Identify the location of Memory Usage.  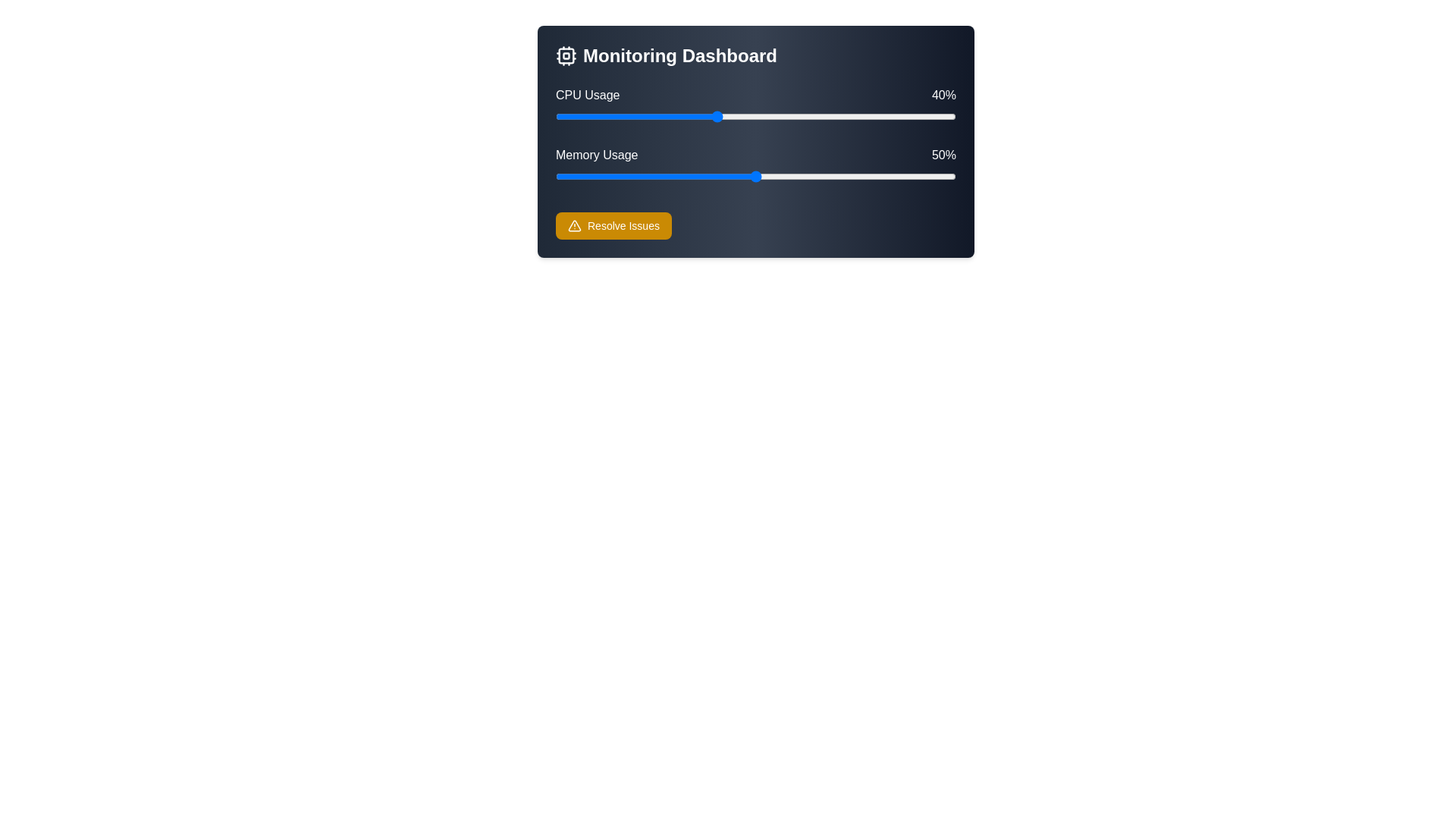
(872, 175).